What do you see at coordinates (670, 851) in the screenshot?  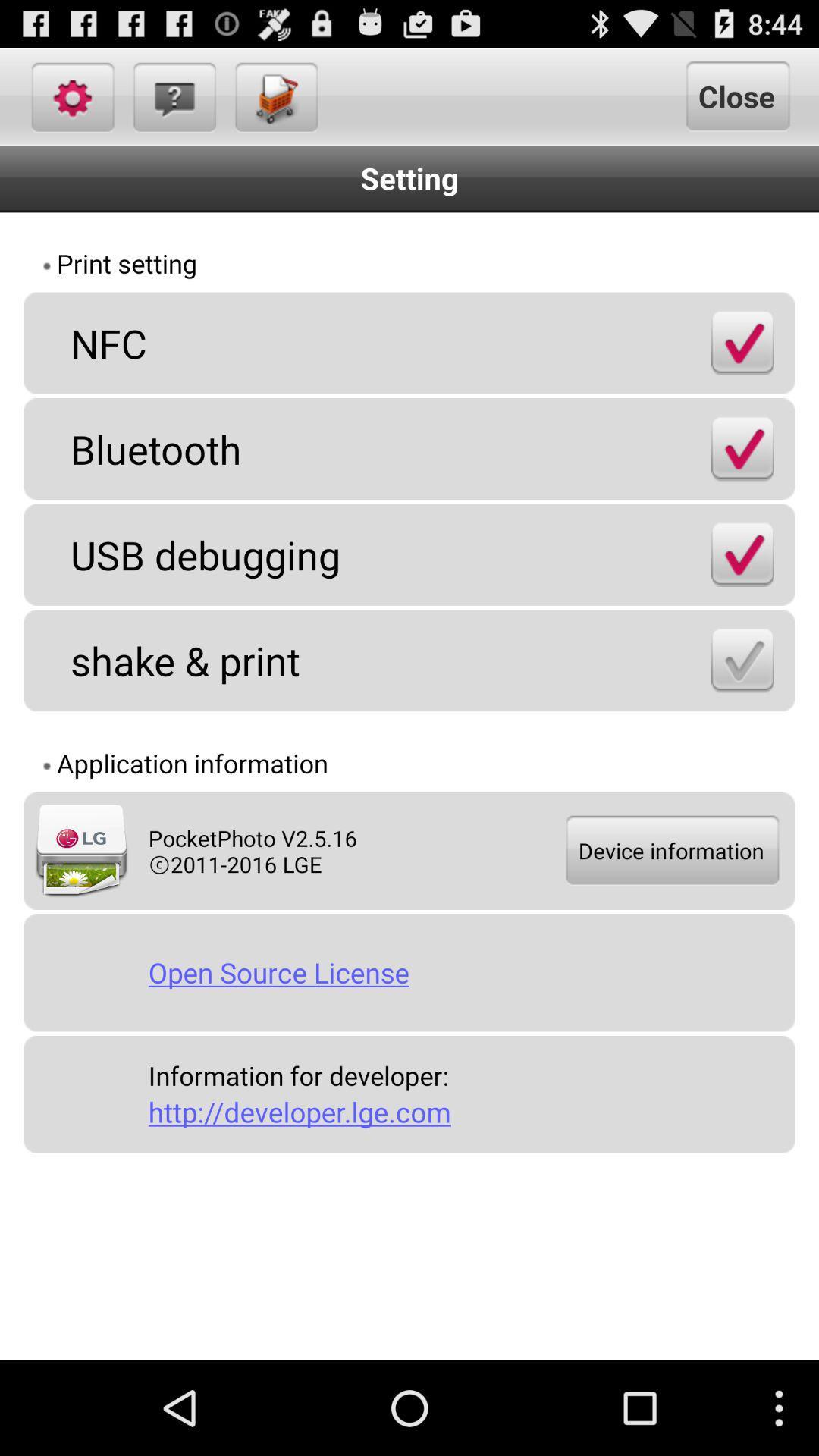 I see `the item above the open source license` at bounding box center [670, 851].